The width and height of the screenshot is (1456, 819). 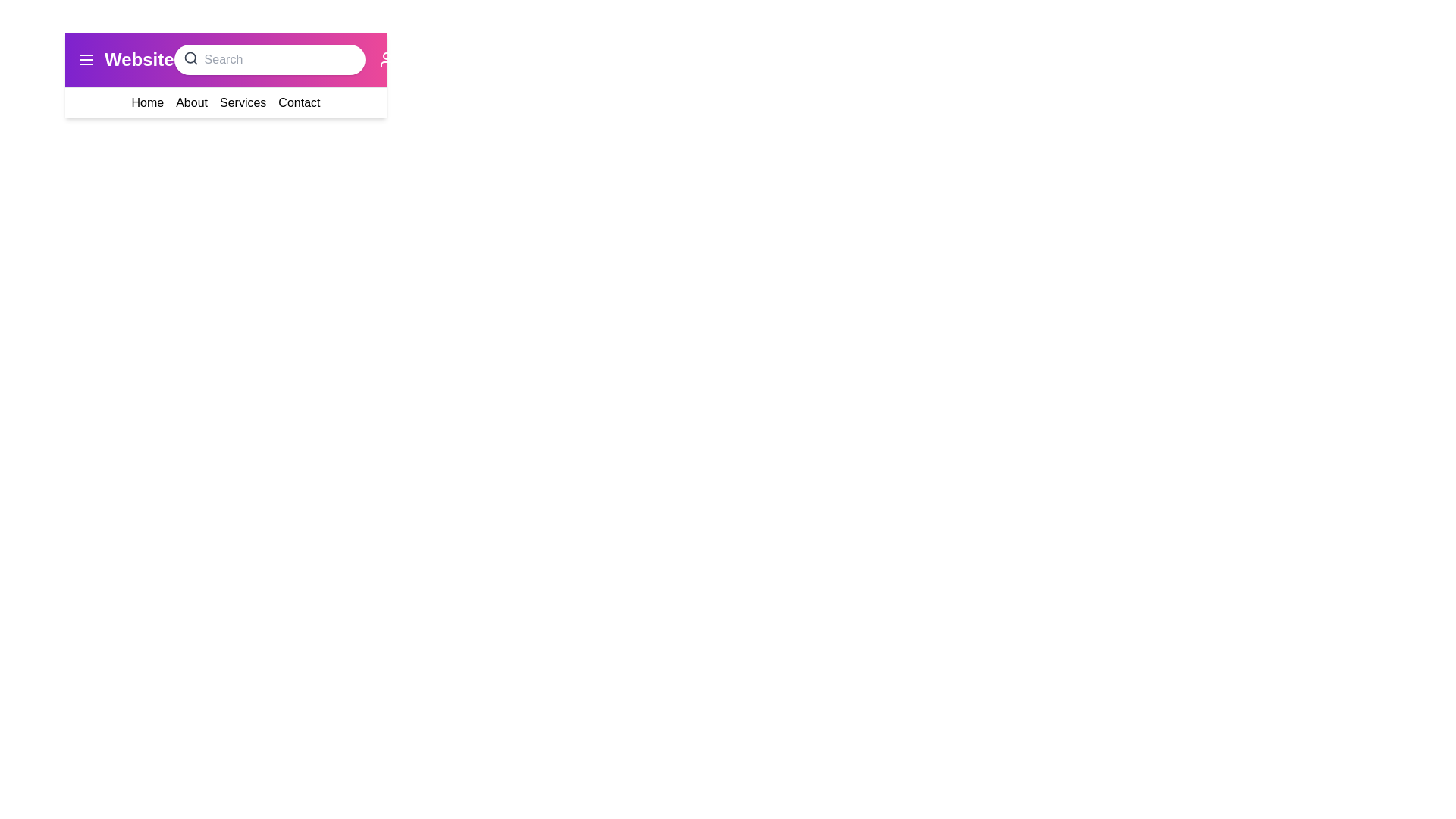 What do you see at coordinates (86, 58) in the screenshot?
I see `the menu icon to toggle the menu visibility` at bounding box center [86, 58].